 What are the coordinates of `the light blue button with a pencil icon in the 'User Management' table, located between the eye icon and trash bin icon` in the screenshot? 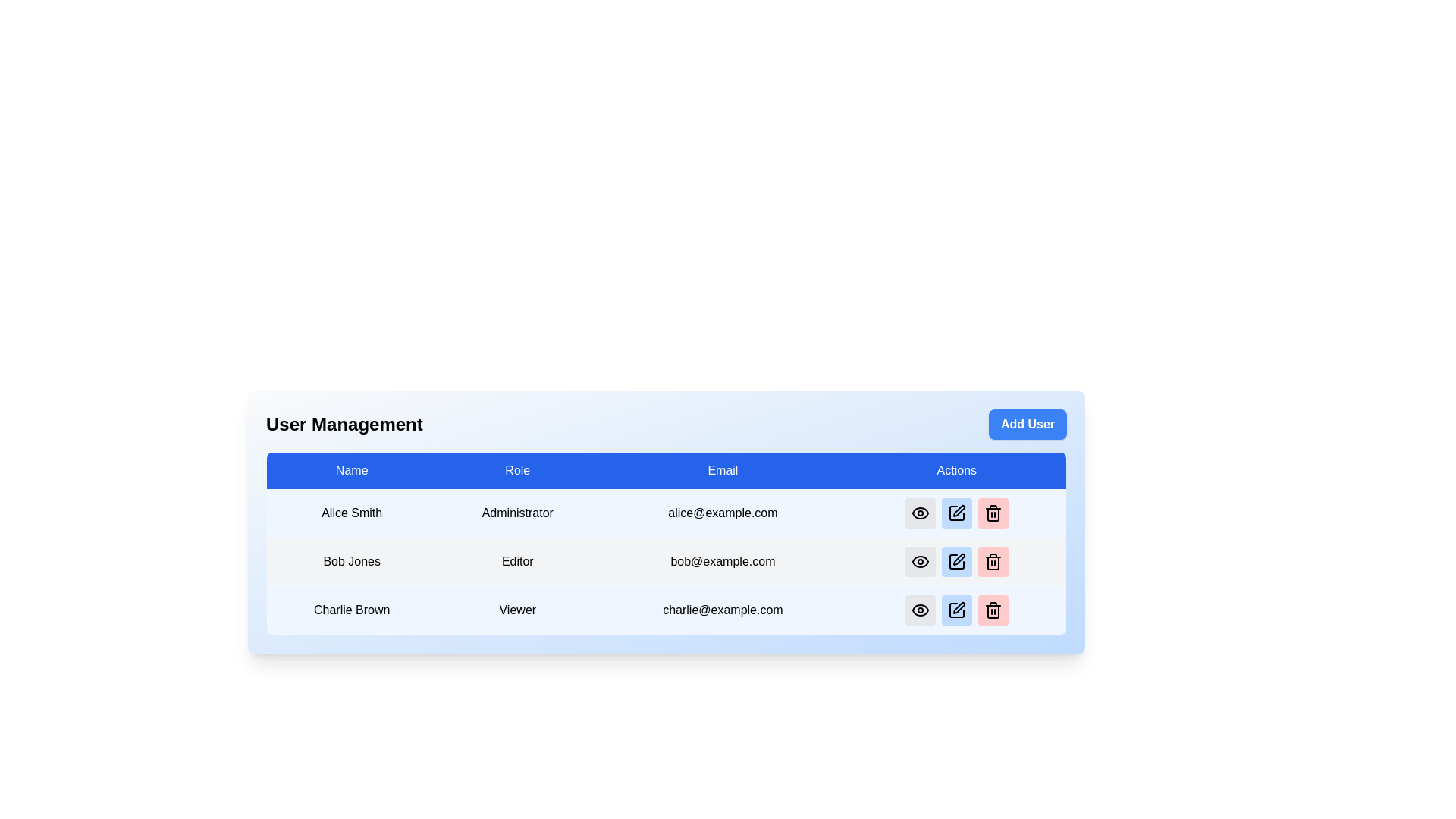 It's located at (955, 610).